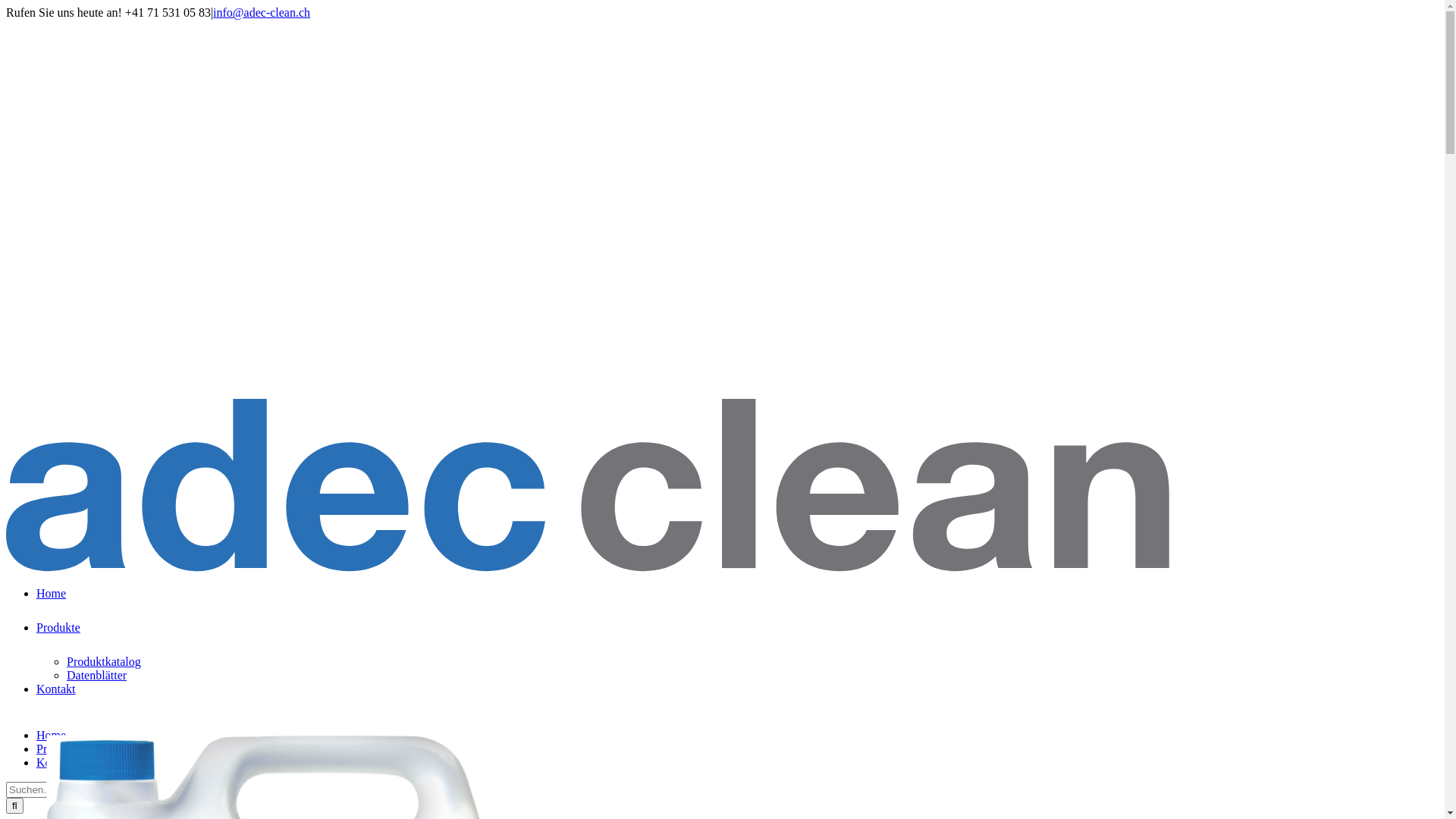 The height and width of the screenshot is (819, 1456). I want to click on 'Produktkatalog', so click(103, 661).